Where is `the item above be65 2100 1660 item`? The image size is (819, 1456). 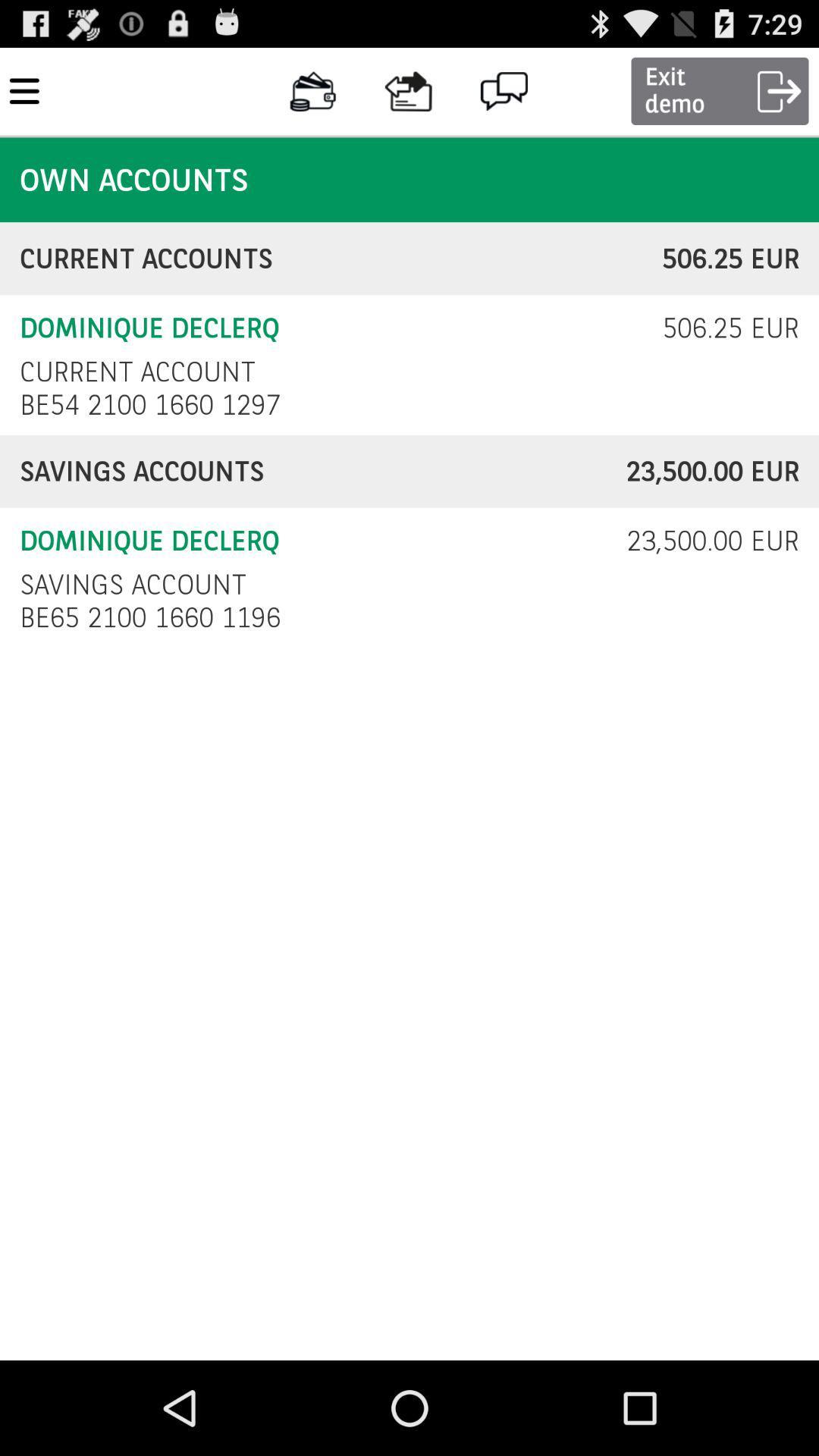 the item above be65 2100 1660 item is located at coordinates (132, 584).